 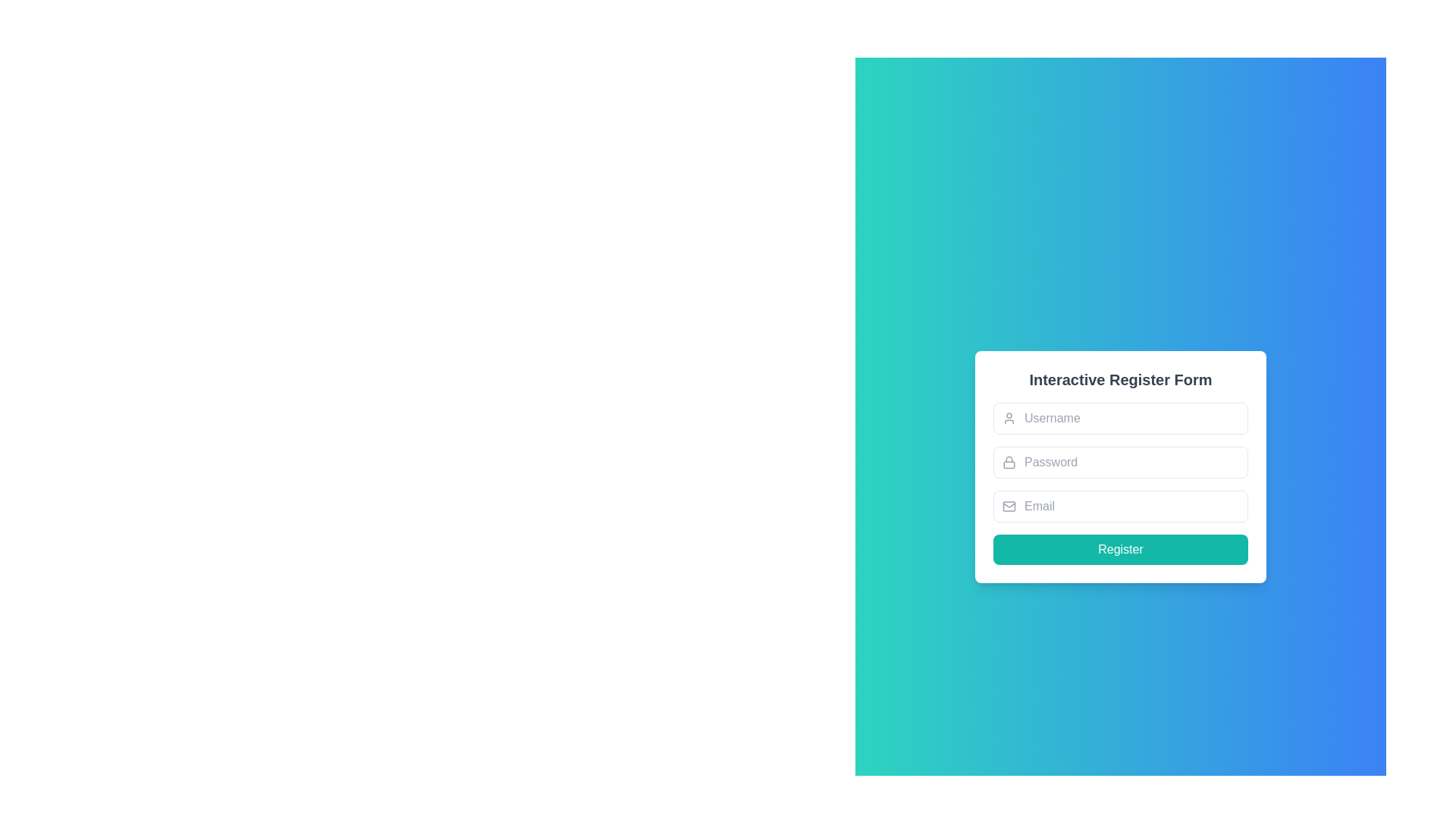 I want to click on the envelope icon located at the top-left corner of the email input field, which serves as a visual indicator for the email input purpose, so click(x=1009, y=506).